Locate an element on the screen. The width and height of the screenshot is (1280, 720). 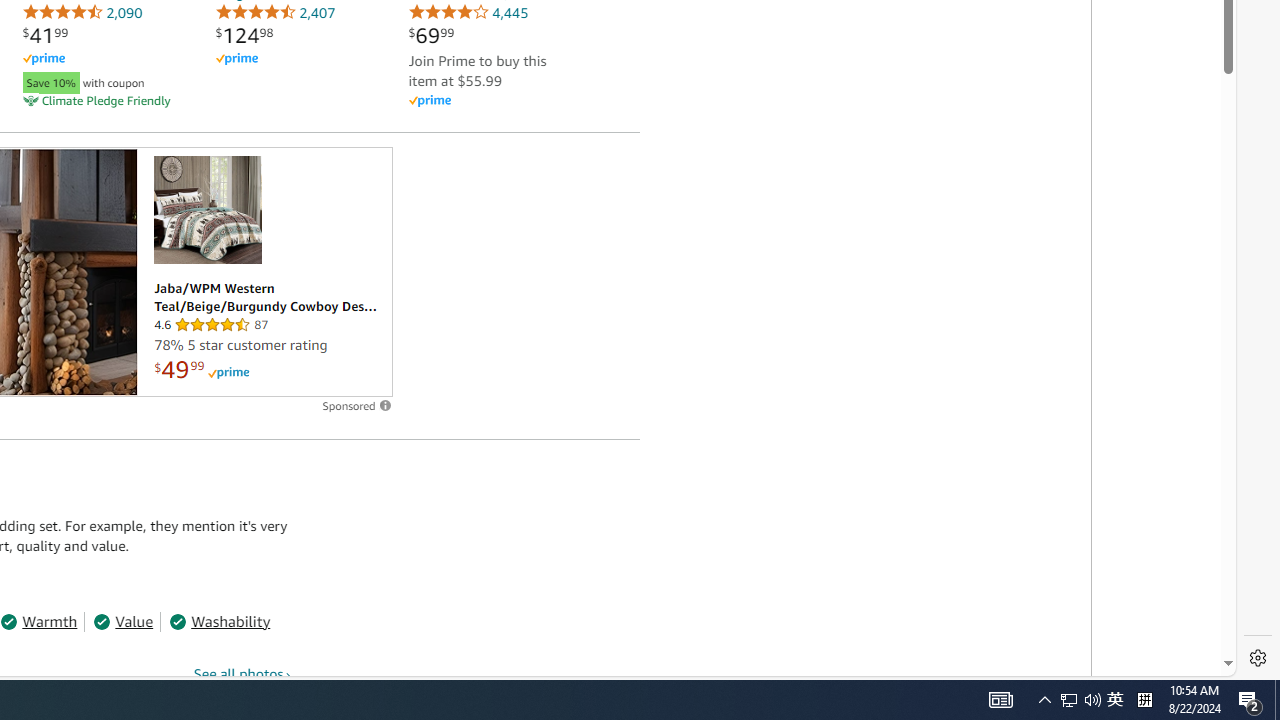
'Washability' is located at coordinates (220, 620).